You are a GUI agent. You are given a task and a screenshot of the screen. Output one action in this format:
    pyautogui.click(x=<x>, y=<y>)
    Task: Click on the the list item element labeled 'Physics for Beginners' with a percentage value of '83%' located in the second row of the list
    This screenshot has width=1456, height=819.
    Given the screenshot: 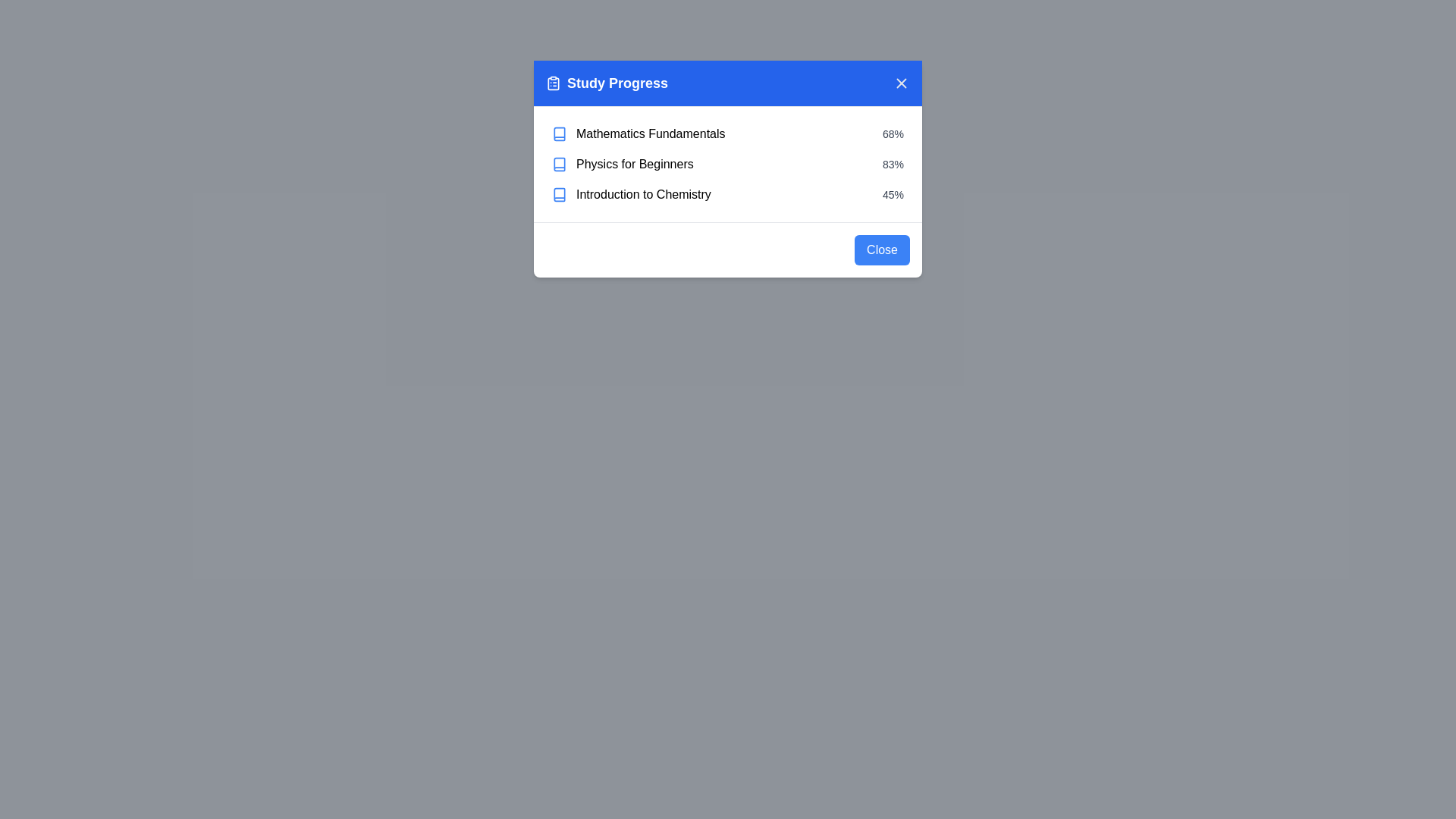 What is the action you would take?
    pyautogui.click(x=728, y=164)
    